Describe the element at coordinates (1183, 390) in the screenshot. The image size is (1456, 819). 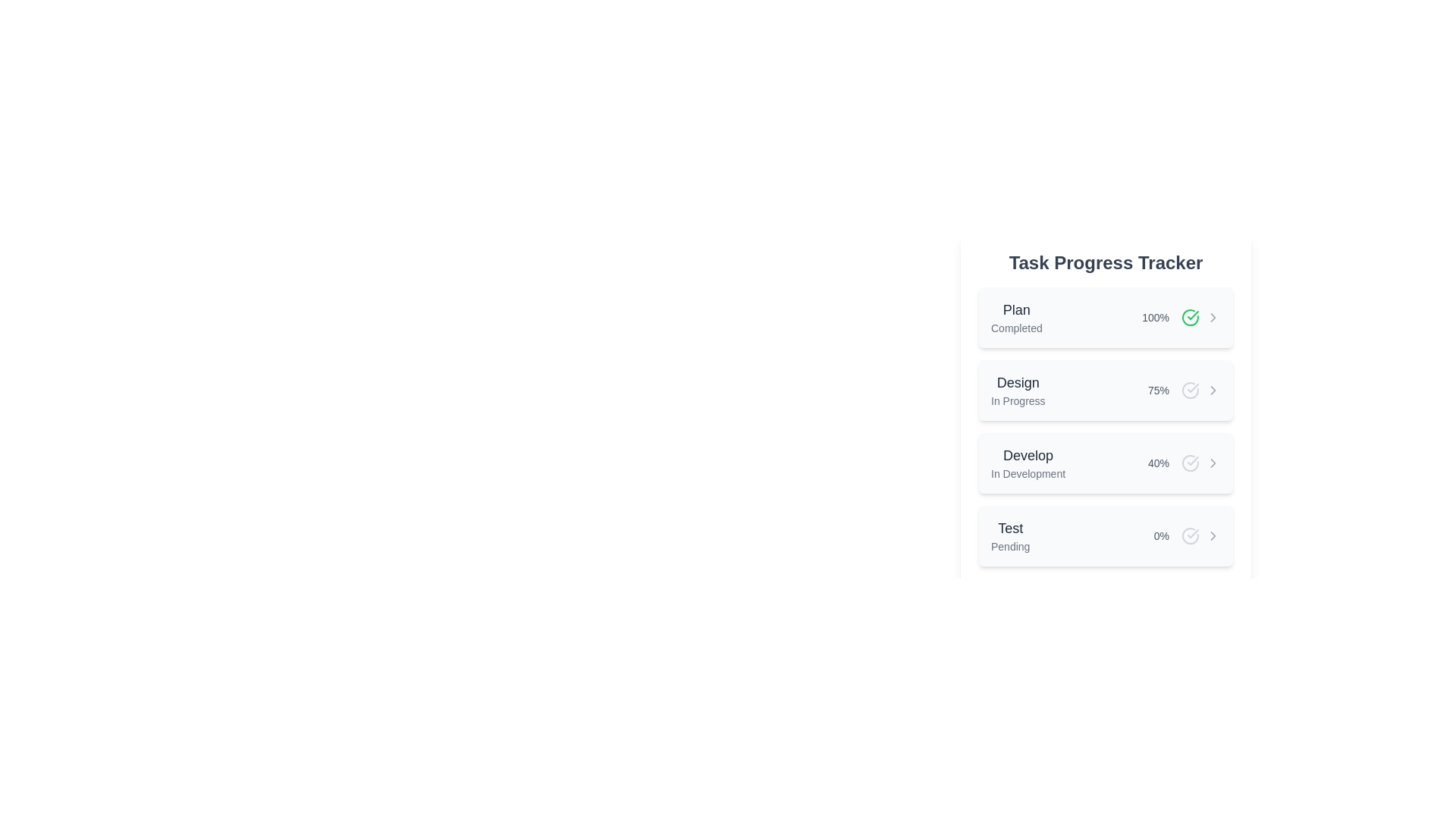
I see `the text element that indicates the progress percentage for the 'Design' task, located to the left of the checkmark and arrow icons in the right section of the 'Design' progress tracker card` at that location.